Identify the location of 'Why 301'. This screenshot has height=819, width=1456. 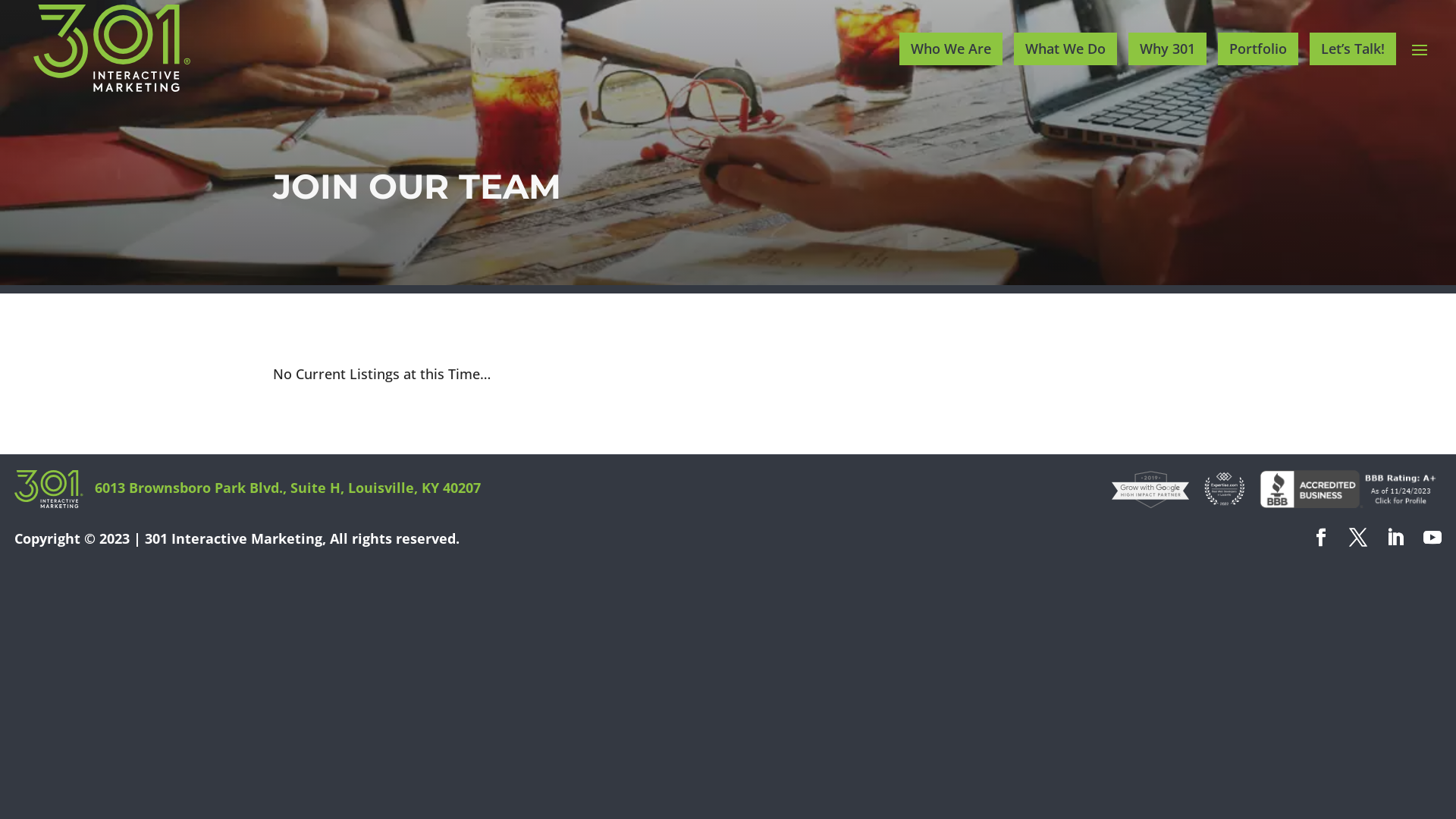
(1166, 48).